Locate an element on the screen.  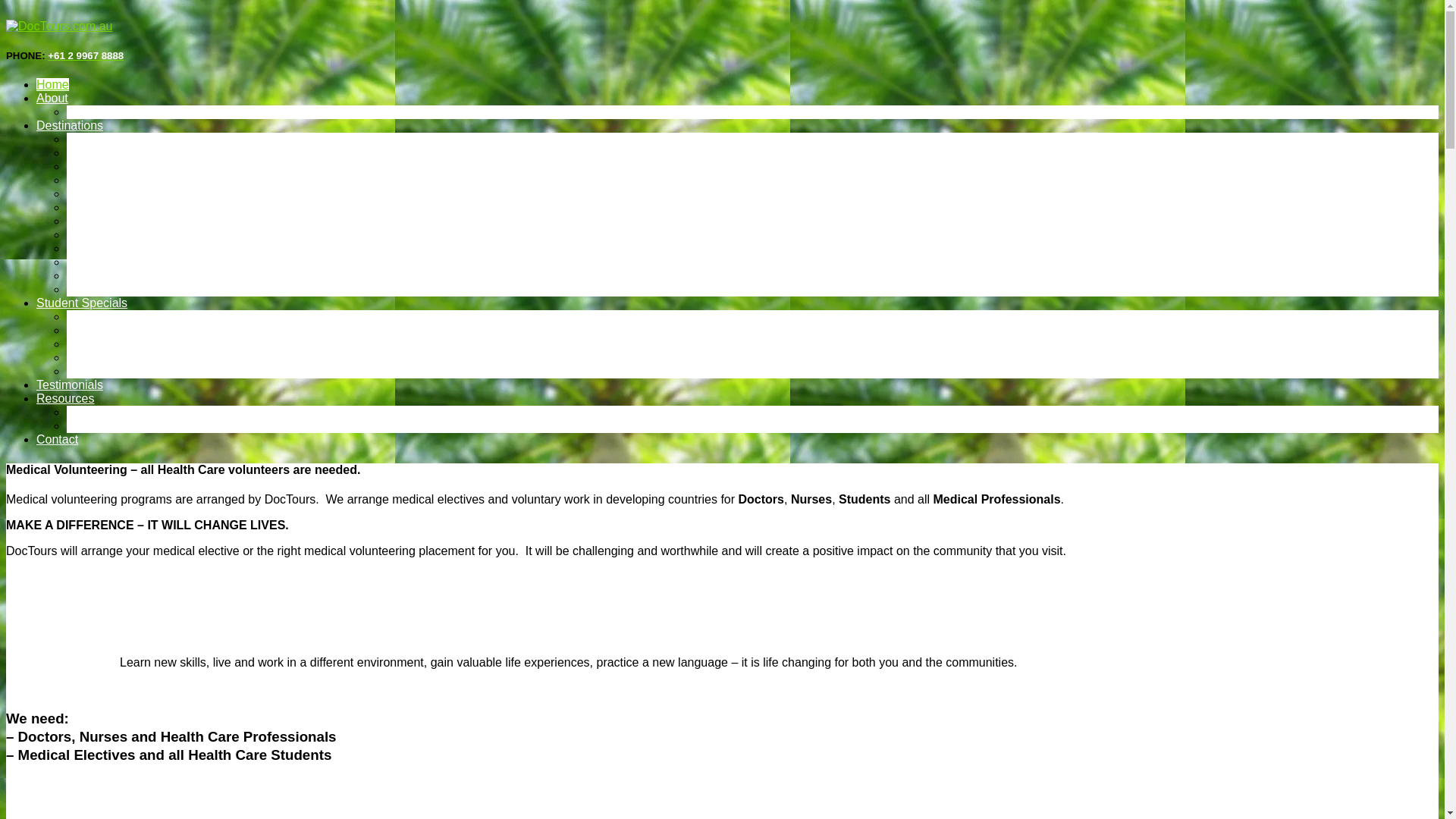
'Timor Leste' is located at coordinates (65, 234).